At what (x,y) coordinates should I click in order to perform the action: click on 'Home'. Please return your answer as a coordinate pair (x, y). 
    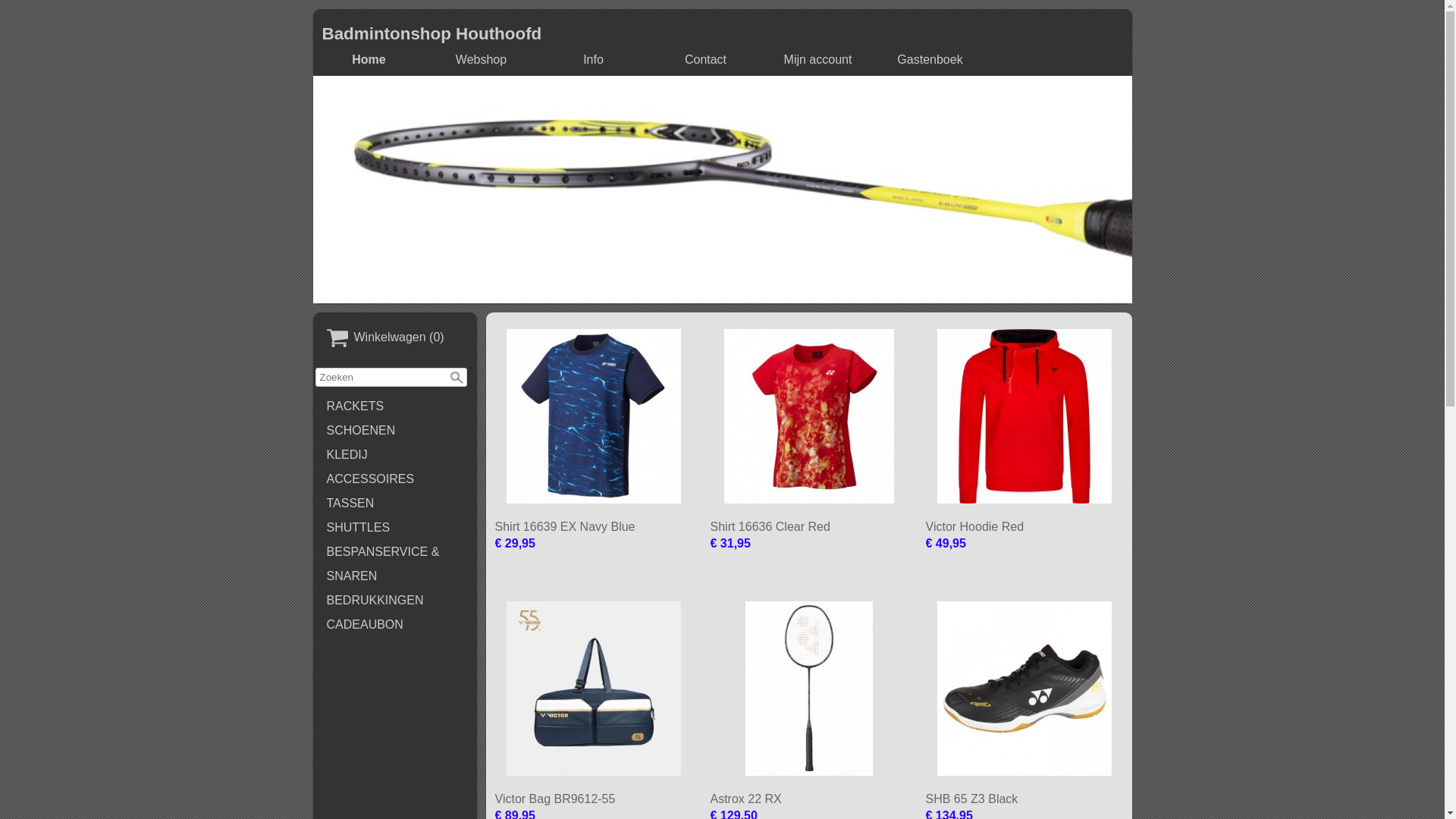
    Looking at the image, I should click on (369, 58).